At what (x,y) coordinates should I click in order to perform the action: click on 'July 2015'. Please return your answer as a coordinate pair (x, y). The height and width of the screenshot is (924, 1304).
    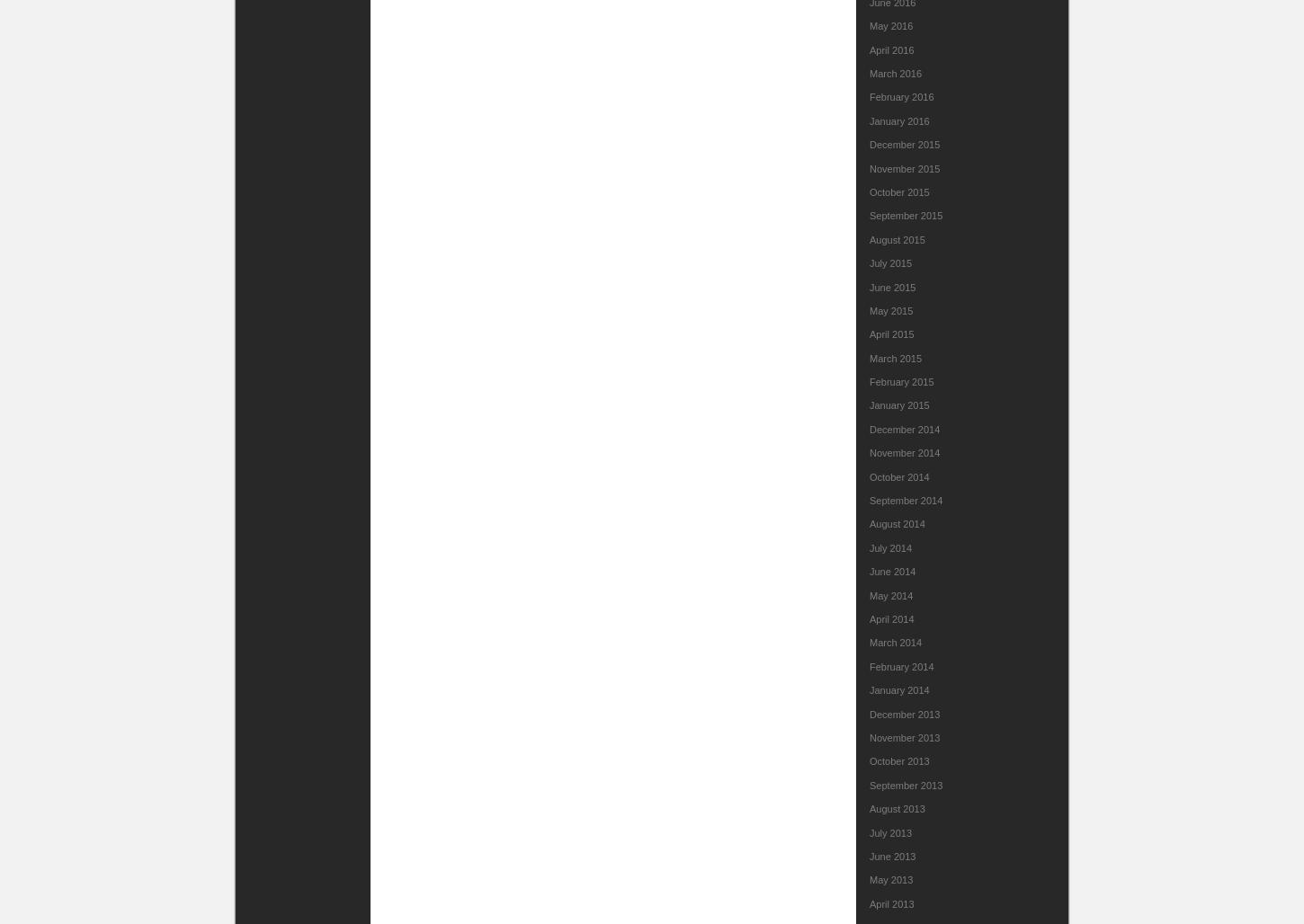
    Looking at the image, I should click on (870, 262).